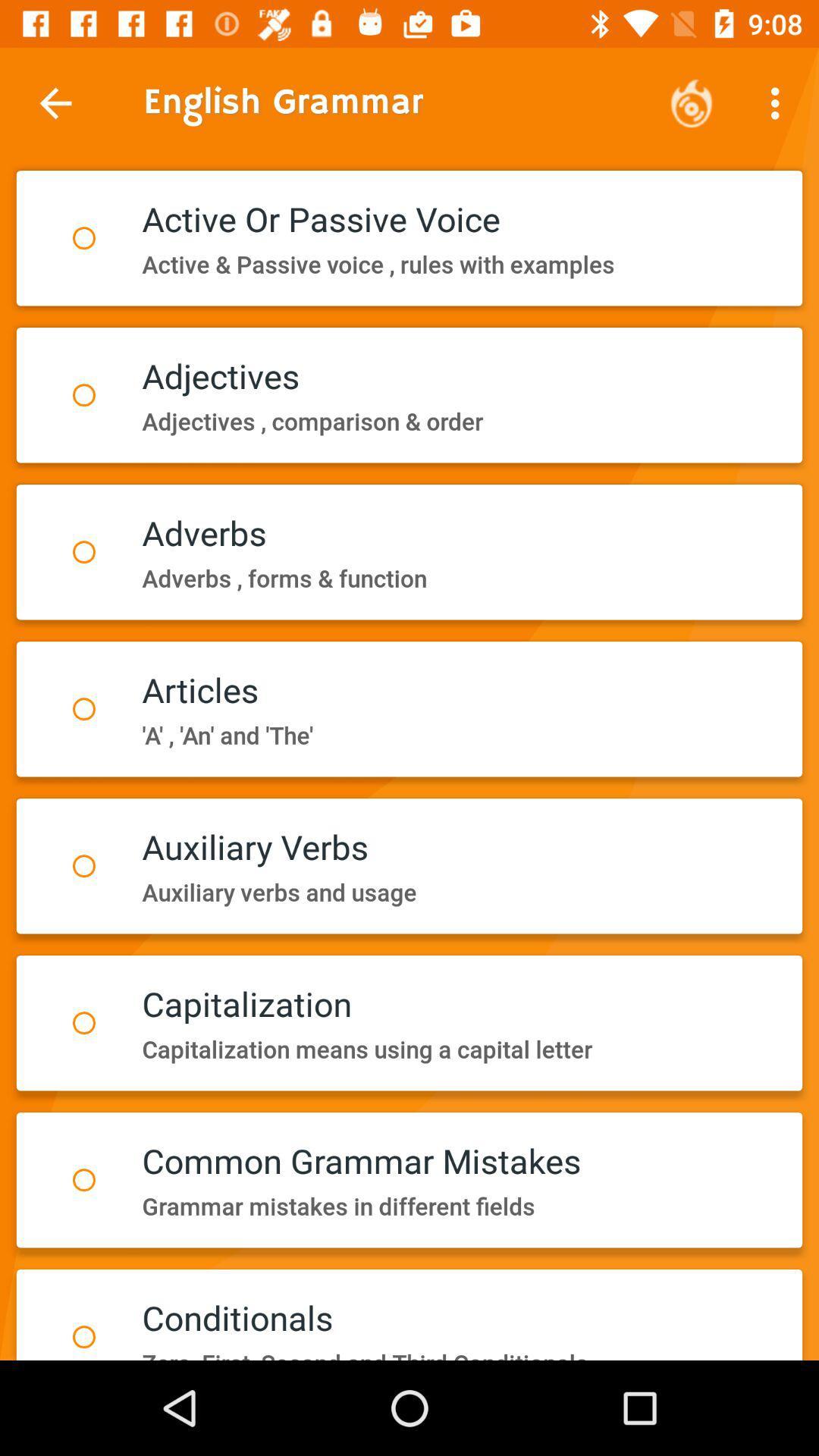 The width and height of the screenshot is (819, 1456). I want to click on icon above the active passive voice, so click(779, 102).